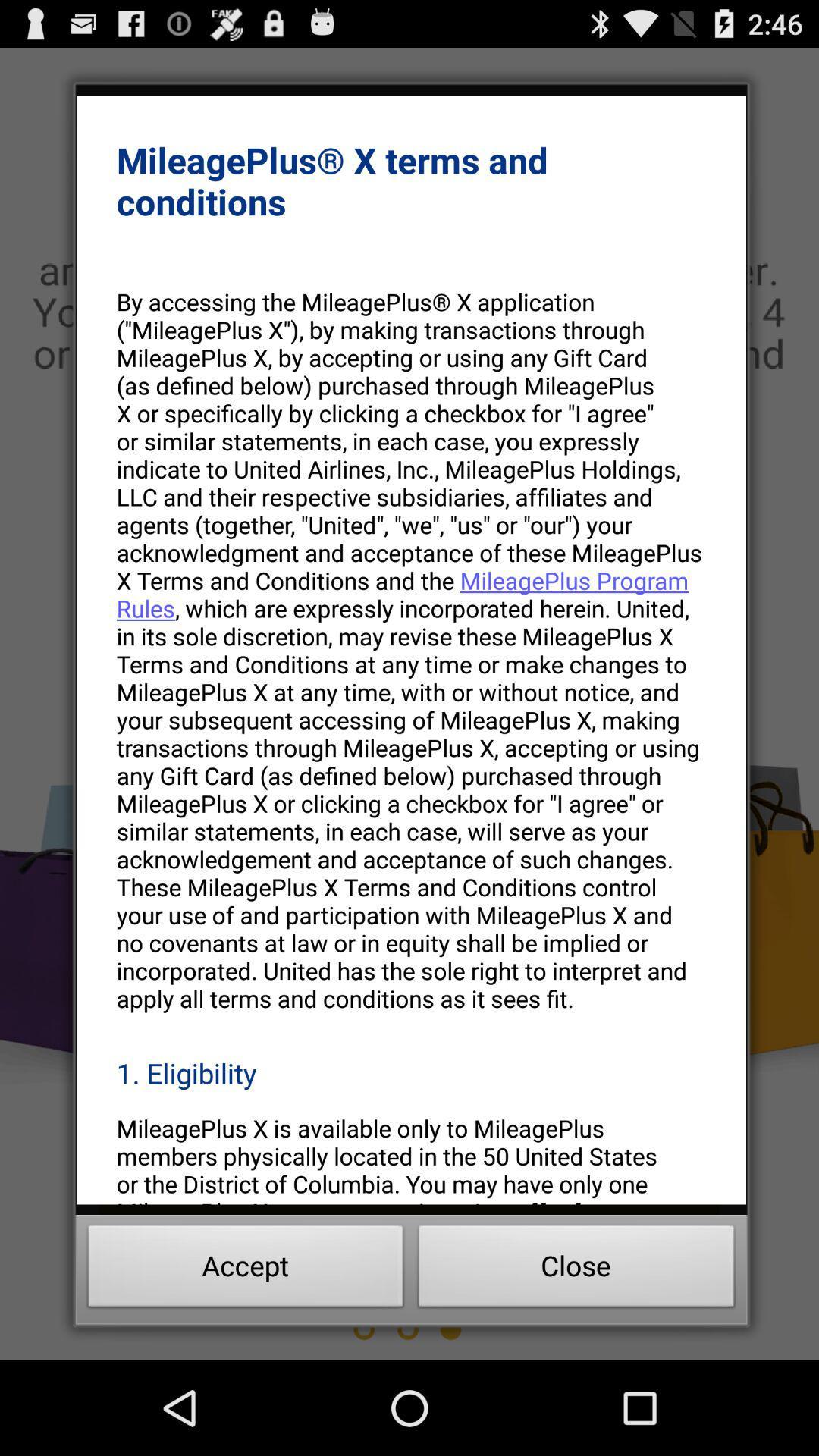 This screenshot has height=1456, width=819. Describe the element at coordinates (245, 1270) in the screenshot. I see `item to the left of close` at that location.